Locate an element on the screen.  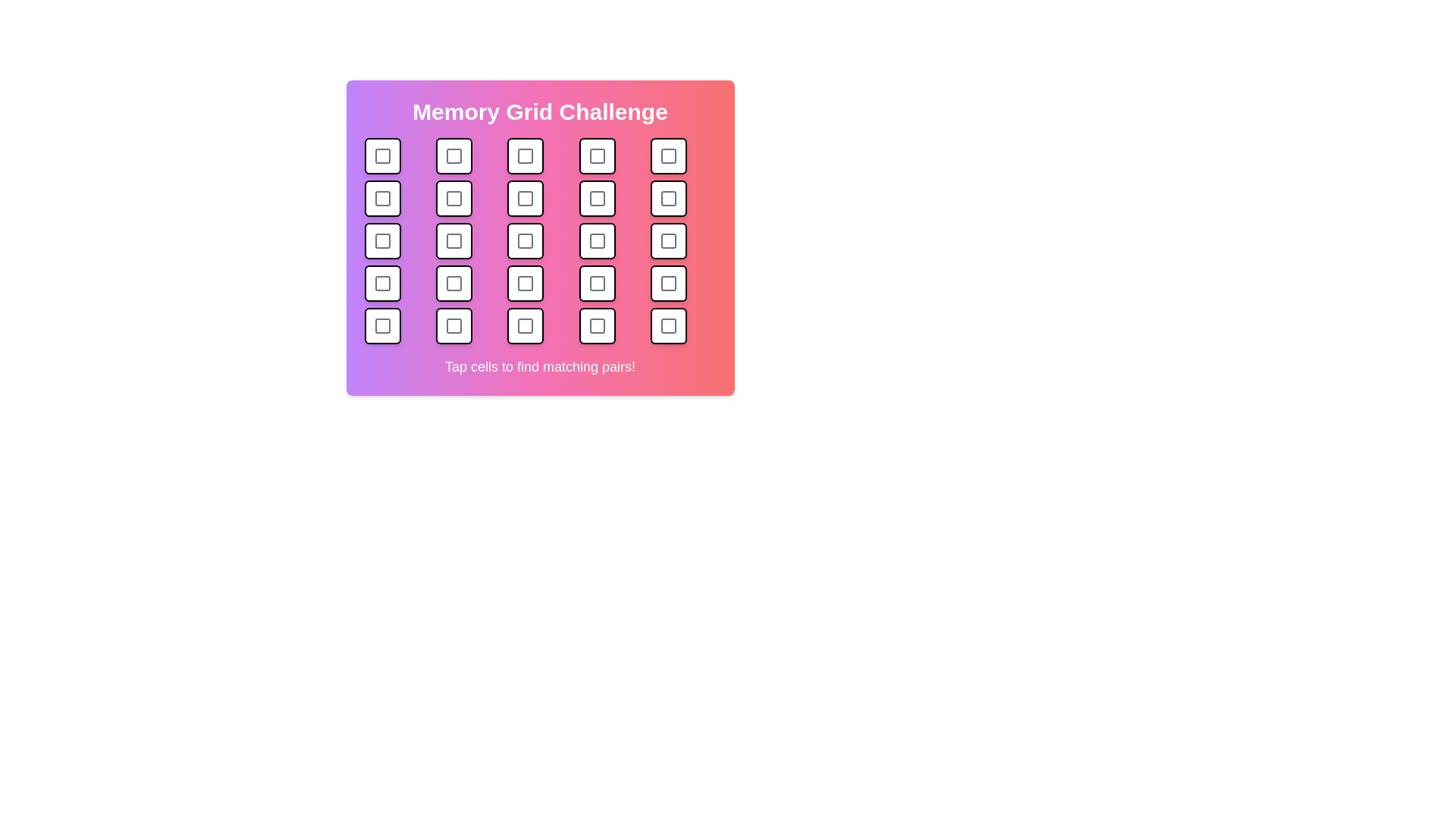
the title 'Memory Grid Challenge' to select it is located at coordinates (540, 111).